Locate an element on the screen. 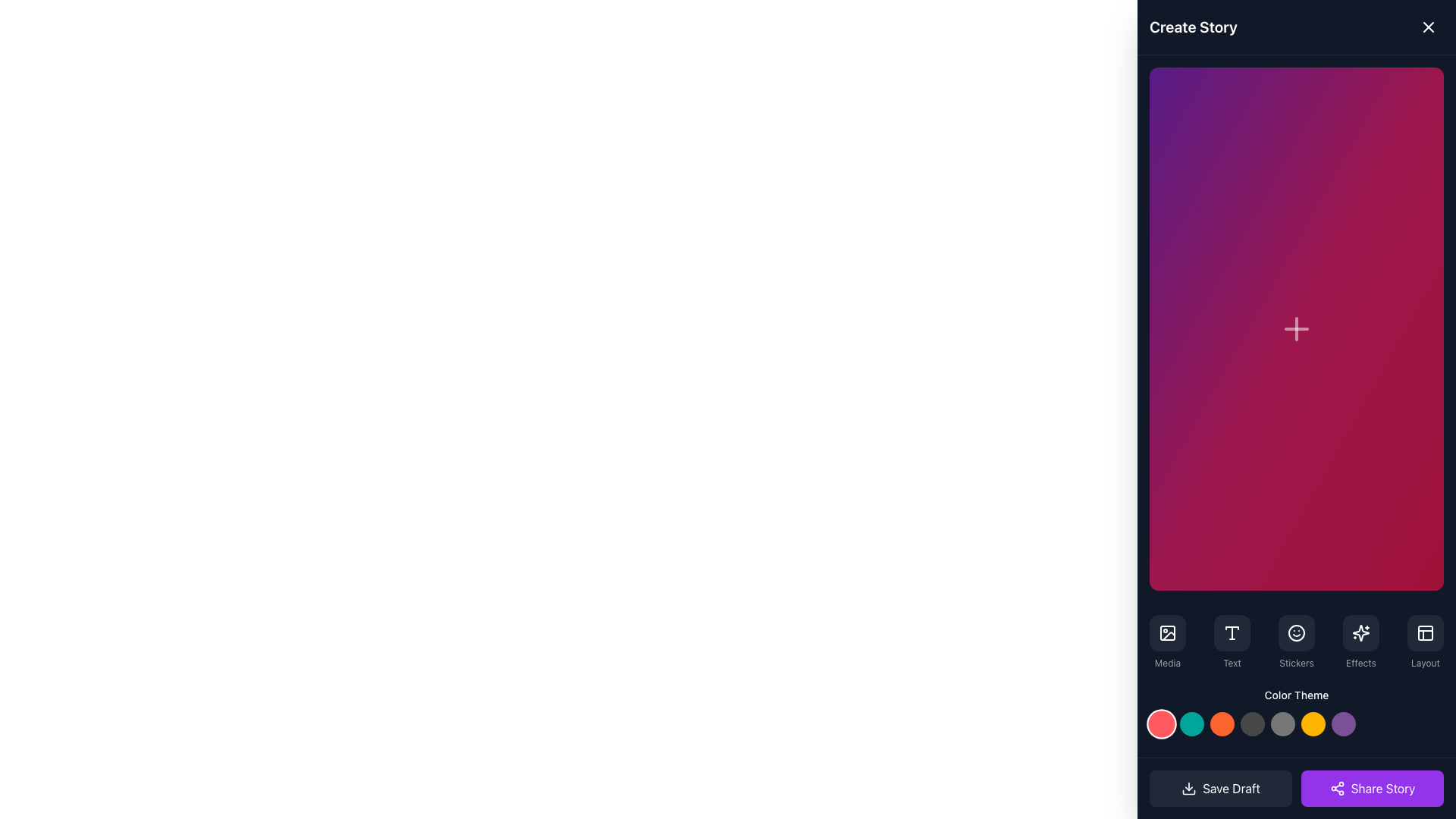  the 'Save Draft' button, which is a rectangular button with a dark gray background and a downward arrow icon, located at the bottom left of the modal interface is located at coordinates (1220, 788).